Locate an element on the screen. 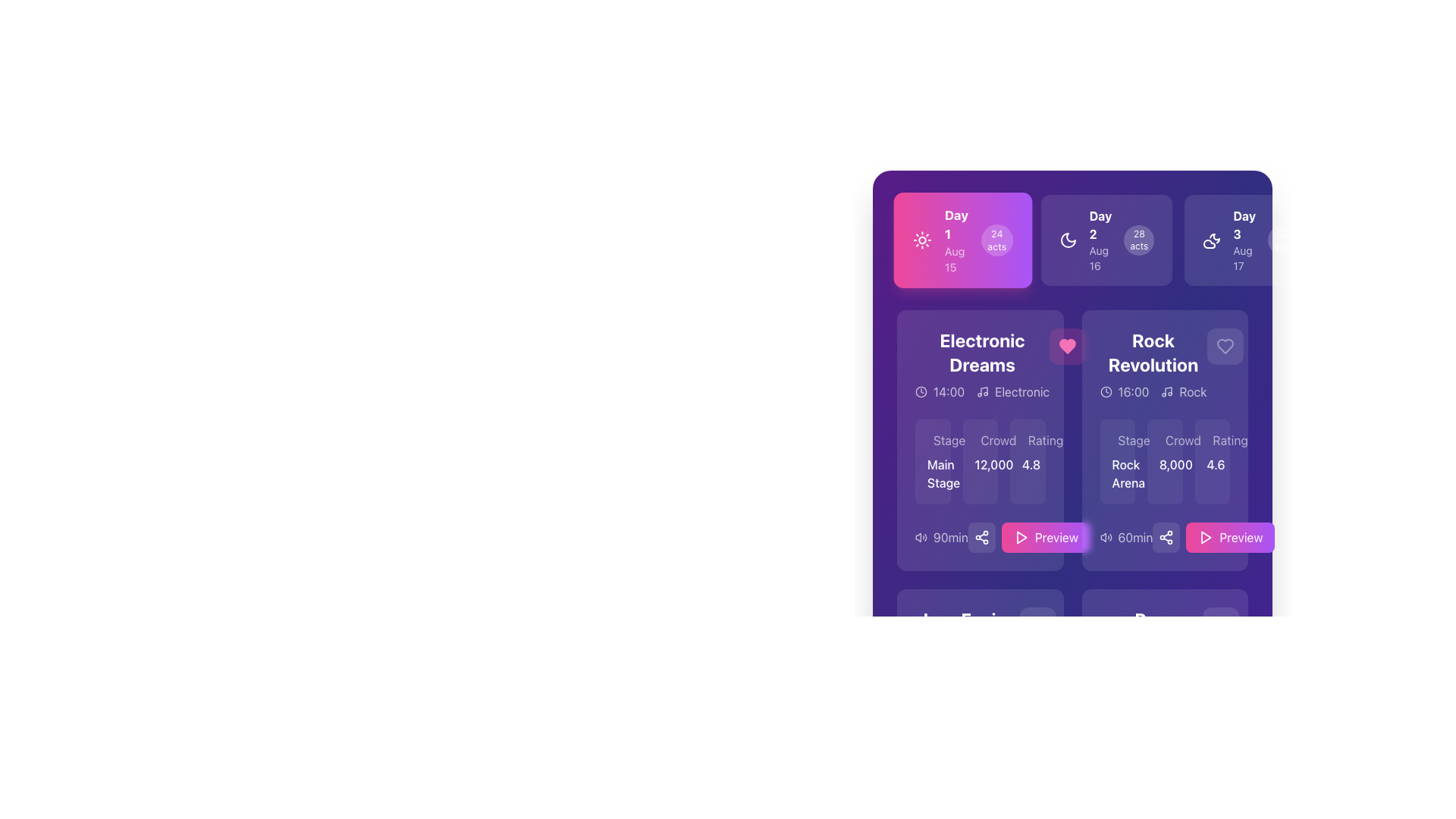  text content of the label displaying '90min', which is styled in white font on a purple background, located at the bottom-left corner of the 'Electronic Dreams' card is located at coordinates (949, 537).